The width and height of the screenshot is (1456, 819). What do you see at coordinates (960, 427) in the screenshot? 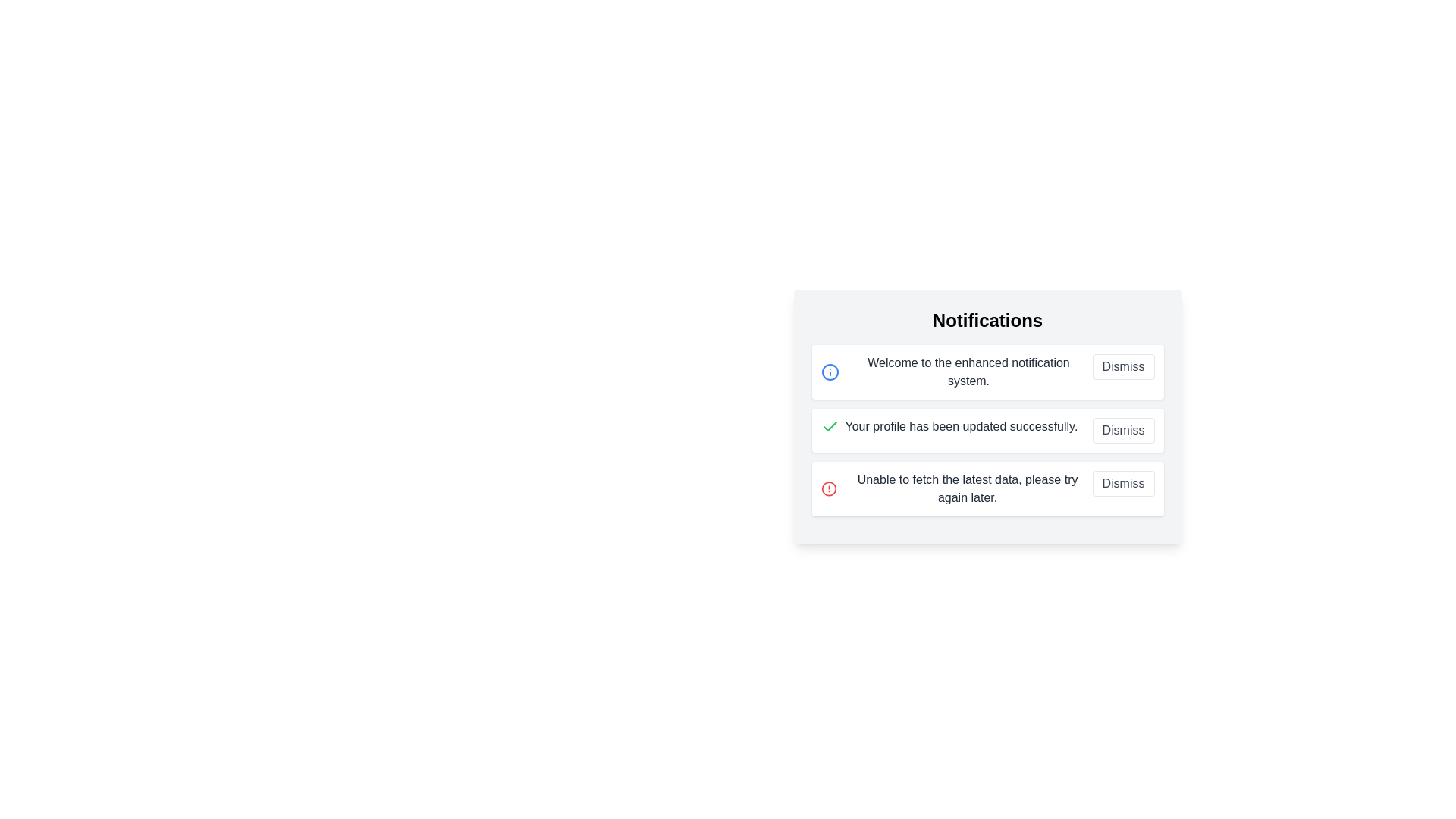
I see `the confirmation message indicating a successful profile update, which is the second notification in the list within the notification card` at bounding box center [960, 427].